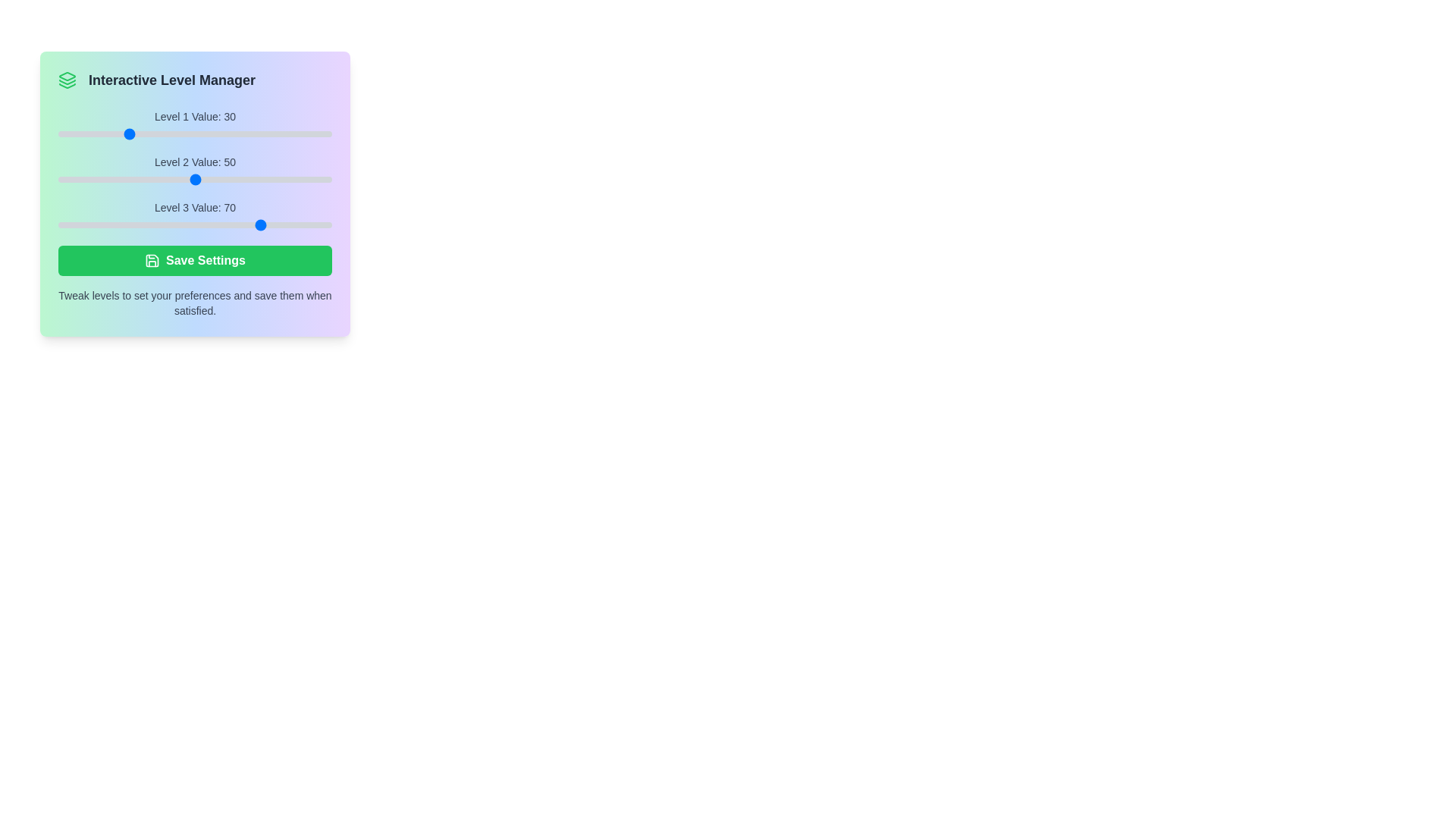 The height and width of the screenshot is (819, 1456). Describe the element at coordinates (324, 225) in the screenshot. I see `the Level 3 value` at that location.